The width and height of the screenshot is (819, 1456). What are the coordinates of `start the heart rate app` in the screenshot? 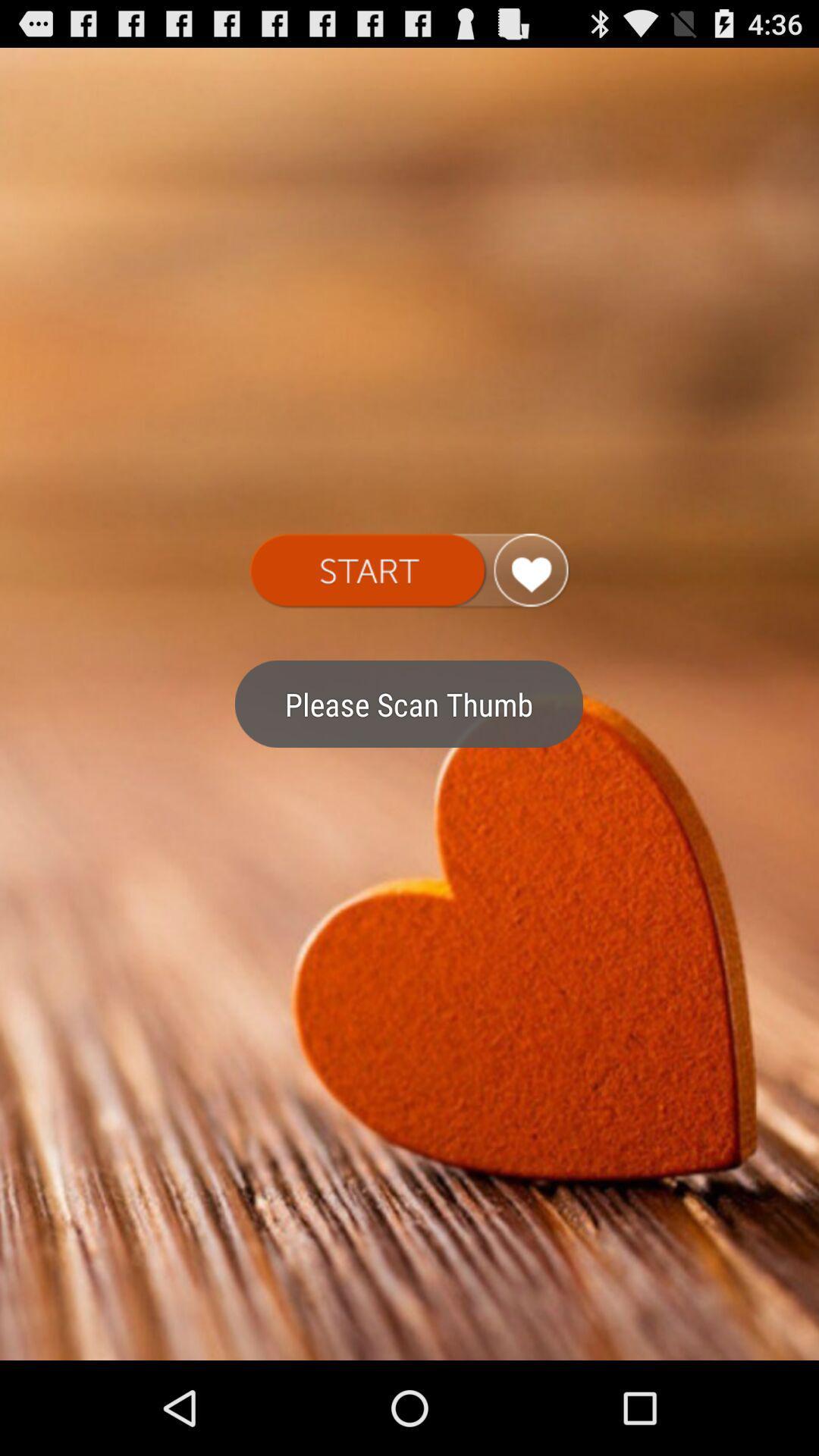 It's located at (408, 570).